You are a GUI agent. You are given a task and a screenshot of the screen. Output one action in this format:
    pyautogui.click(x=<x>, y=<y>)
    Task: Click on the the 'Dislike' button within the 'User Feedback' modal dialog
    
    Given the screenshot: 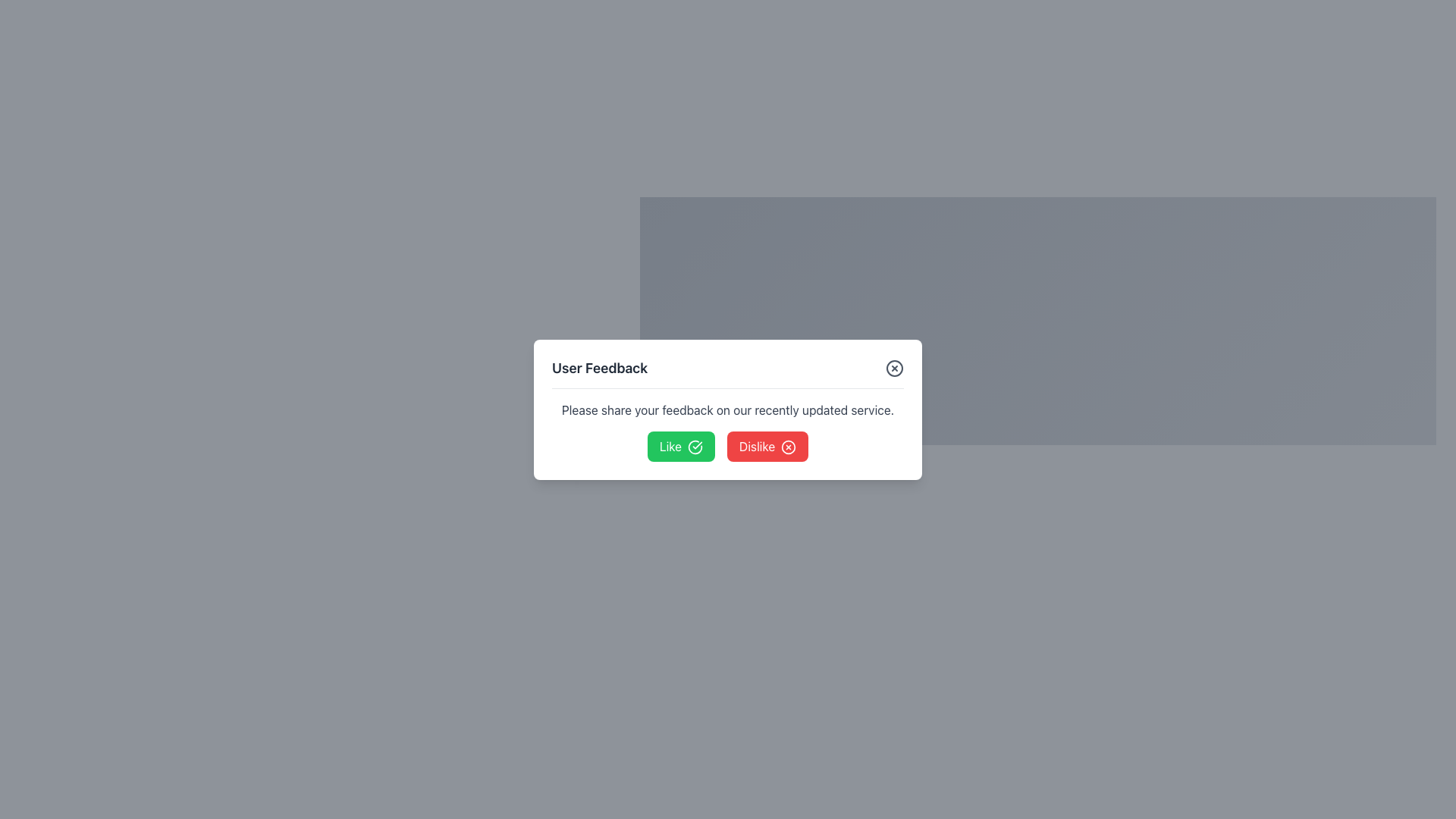 What is the action you would take?
    pyautogui.click(x=767, y=445)
    